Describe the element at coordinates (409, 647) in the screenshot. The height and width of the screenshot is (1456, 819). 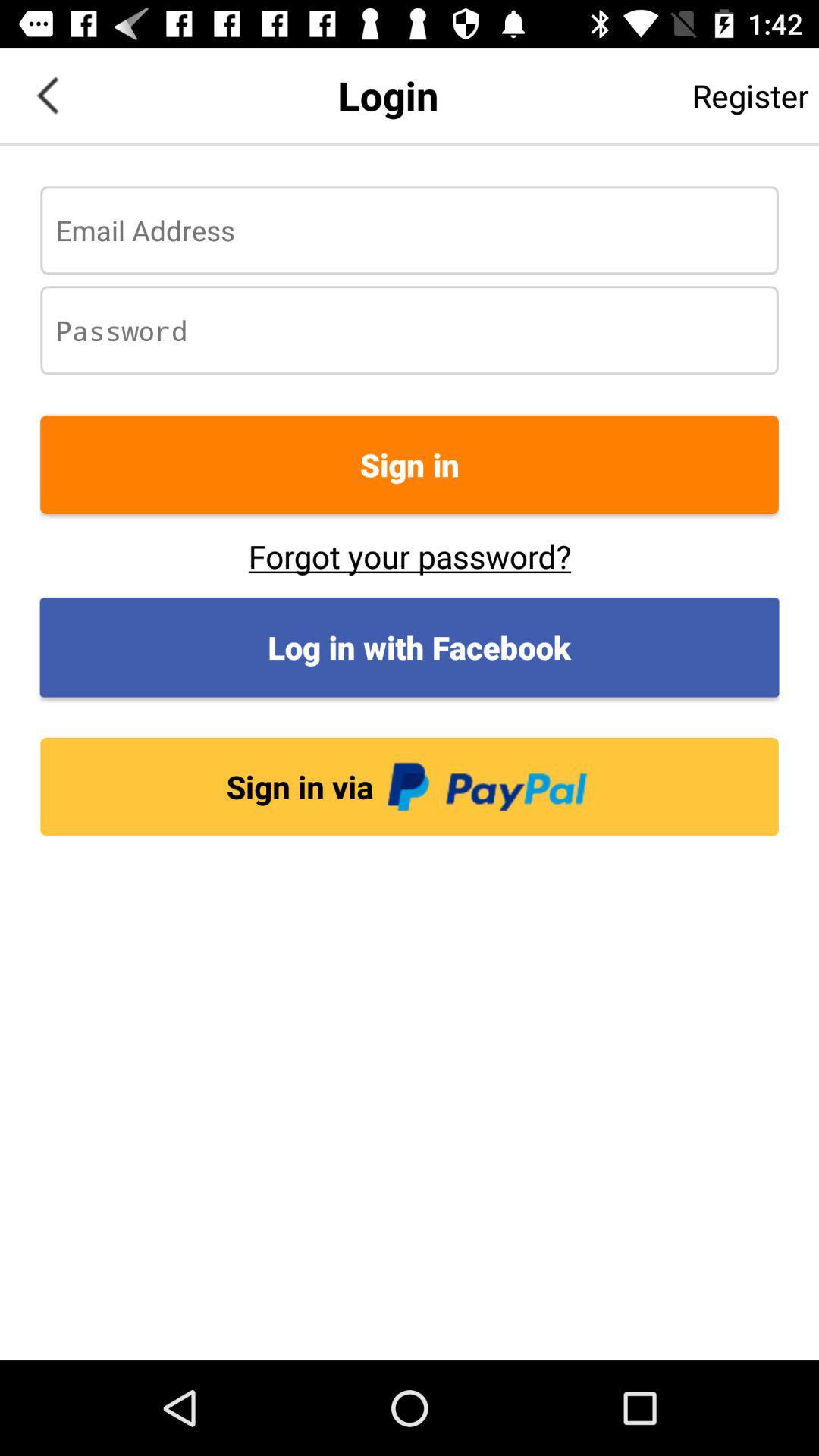
I see `log in with button` at that location.